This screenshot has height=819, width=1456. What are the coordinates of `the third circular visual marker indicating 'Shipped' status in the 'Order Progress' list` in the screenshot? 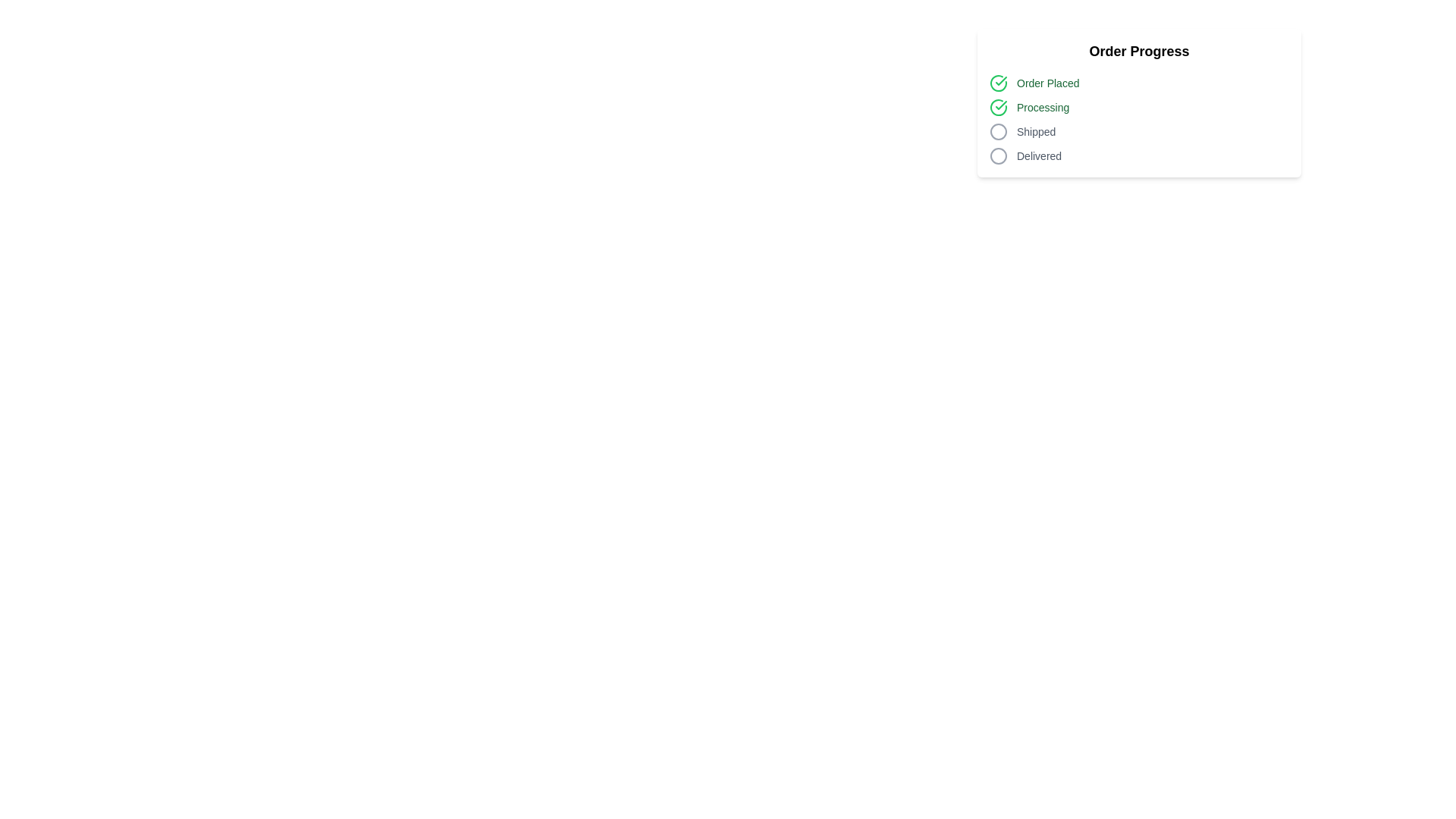 It's located at (998, 130).